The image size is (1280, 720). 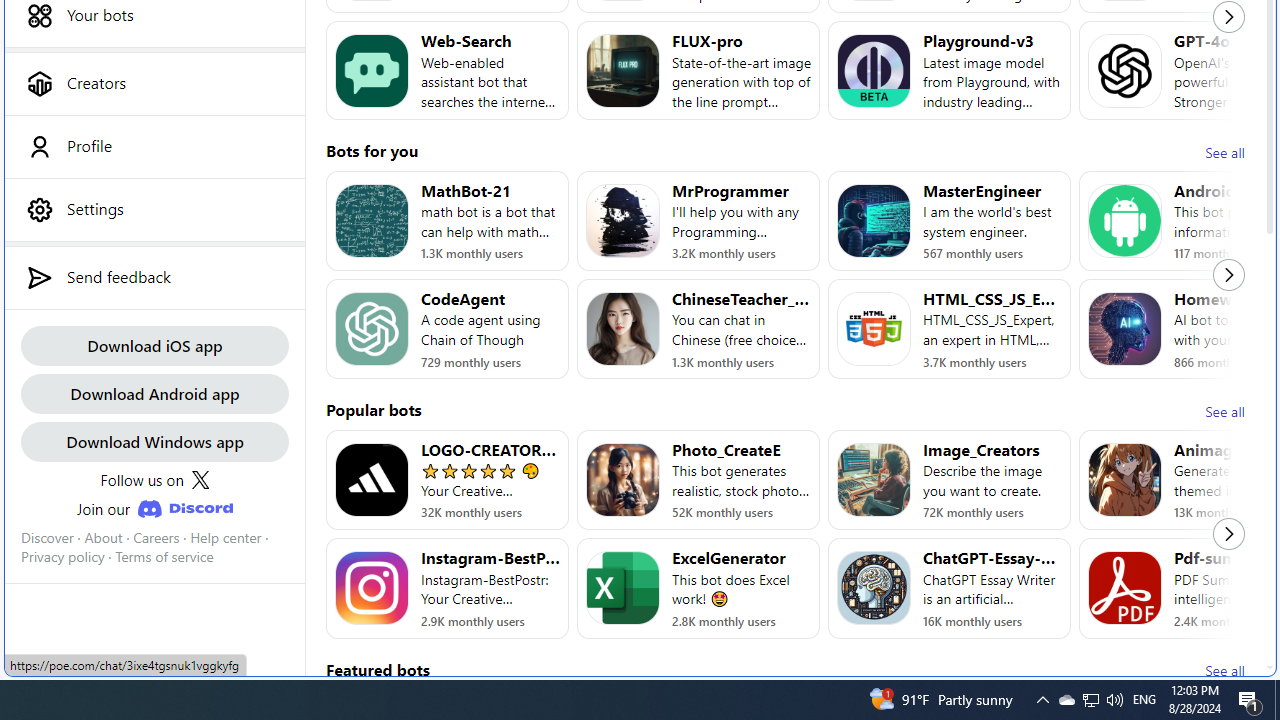 What do you see at coordinates (622, 220) in the screenshot?
I see `'Bot image for MrProgrammer'` at bounding box center [622, 220].